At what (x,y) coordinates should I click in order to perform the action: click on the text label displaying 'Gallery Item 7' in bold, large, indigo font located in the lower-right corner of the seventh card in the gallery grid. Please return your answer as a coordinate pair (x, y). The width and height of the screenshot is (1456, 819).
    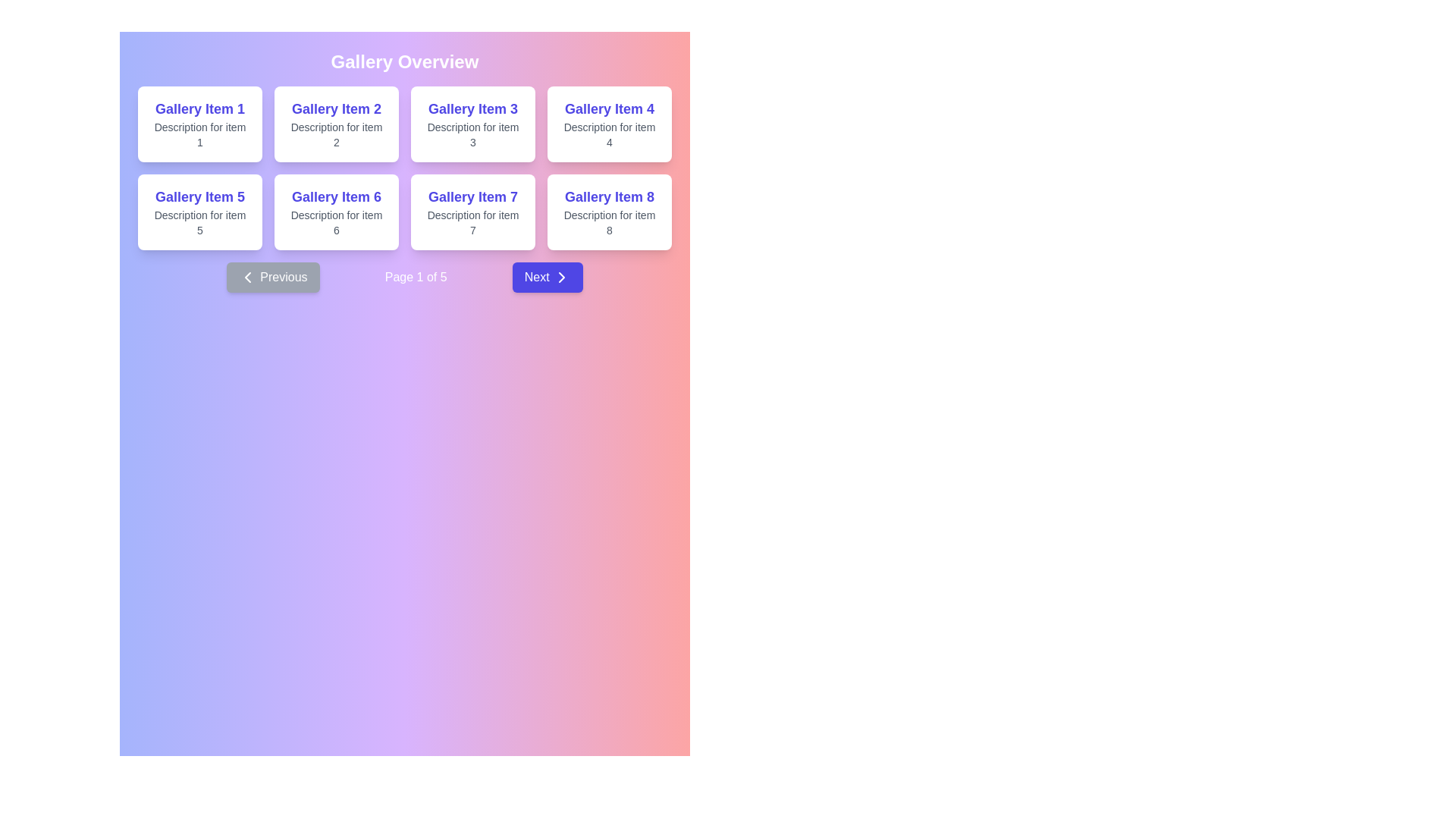
    Looking at the image, I should click on (472, 196).